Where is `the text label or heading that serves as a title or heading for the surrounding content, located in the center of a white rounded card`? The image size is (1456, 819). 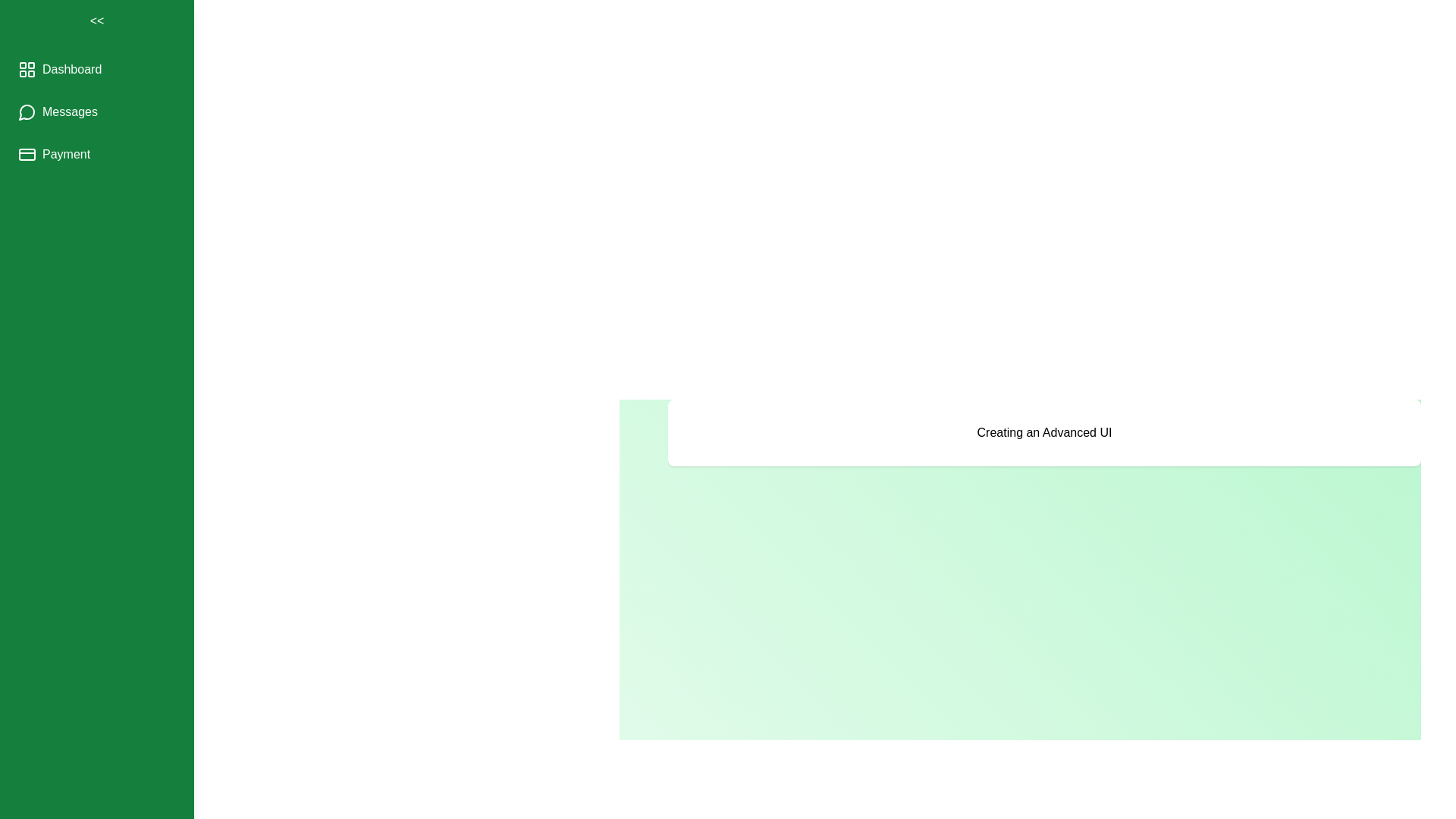
the text label or heading that serves as a title or heading for the surrounding content, located in the center of a white rounded card is located at coordinates (1043, 432).